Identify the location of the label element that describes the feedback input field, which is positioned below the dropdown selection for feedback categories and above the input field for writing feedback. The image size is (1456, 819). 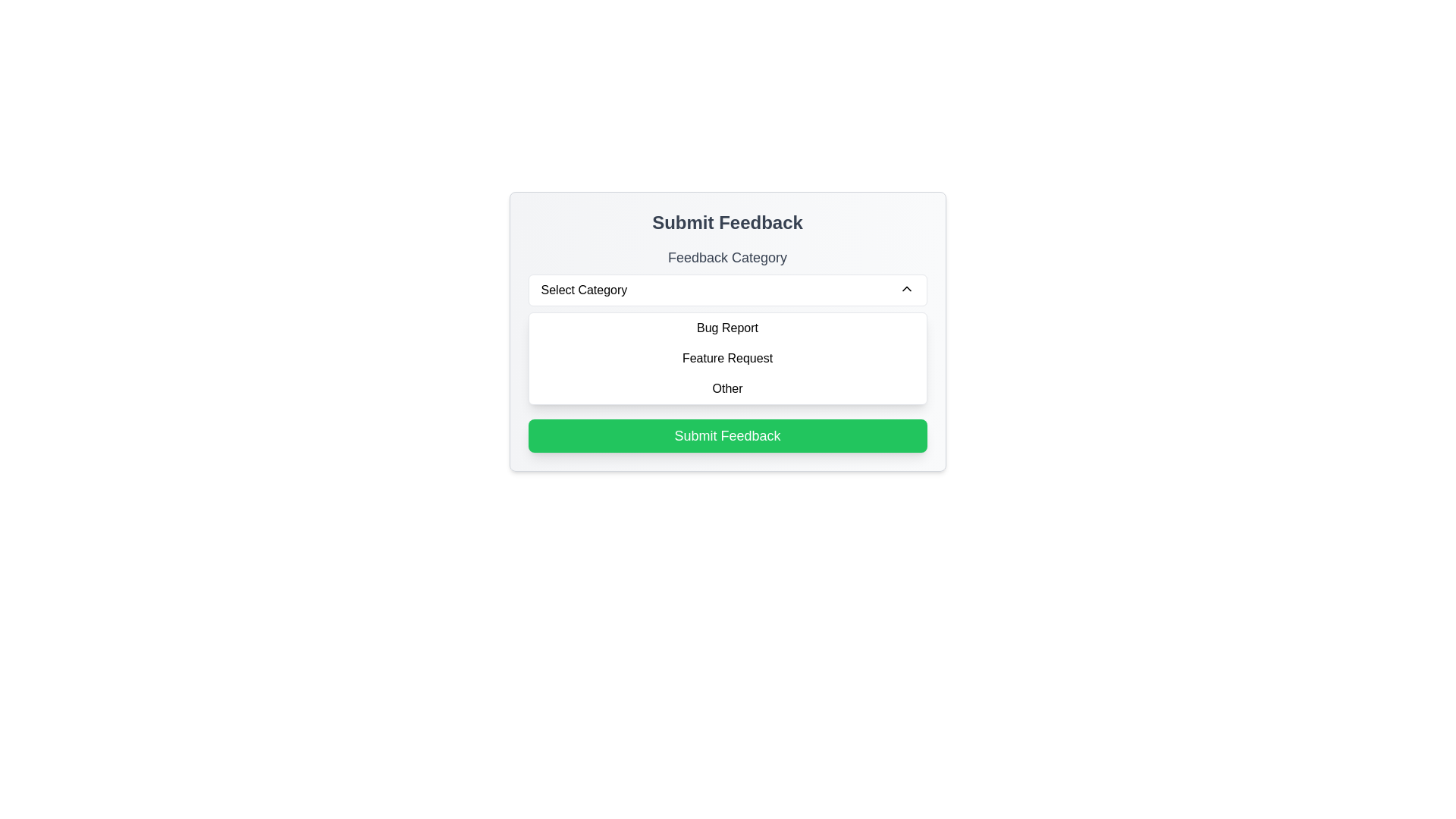
(726, 328).